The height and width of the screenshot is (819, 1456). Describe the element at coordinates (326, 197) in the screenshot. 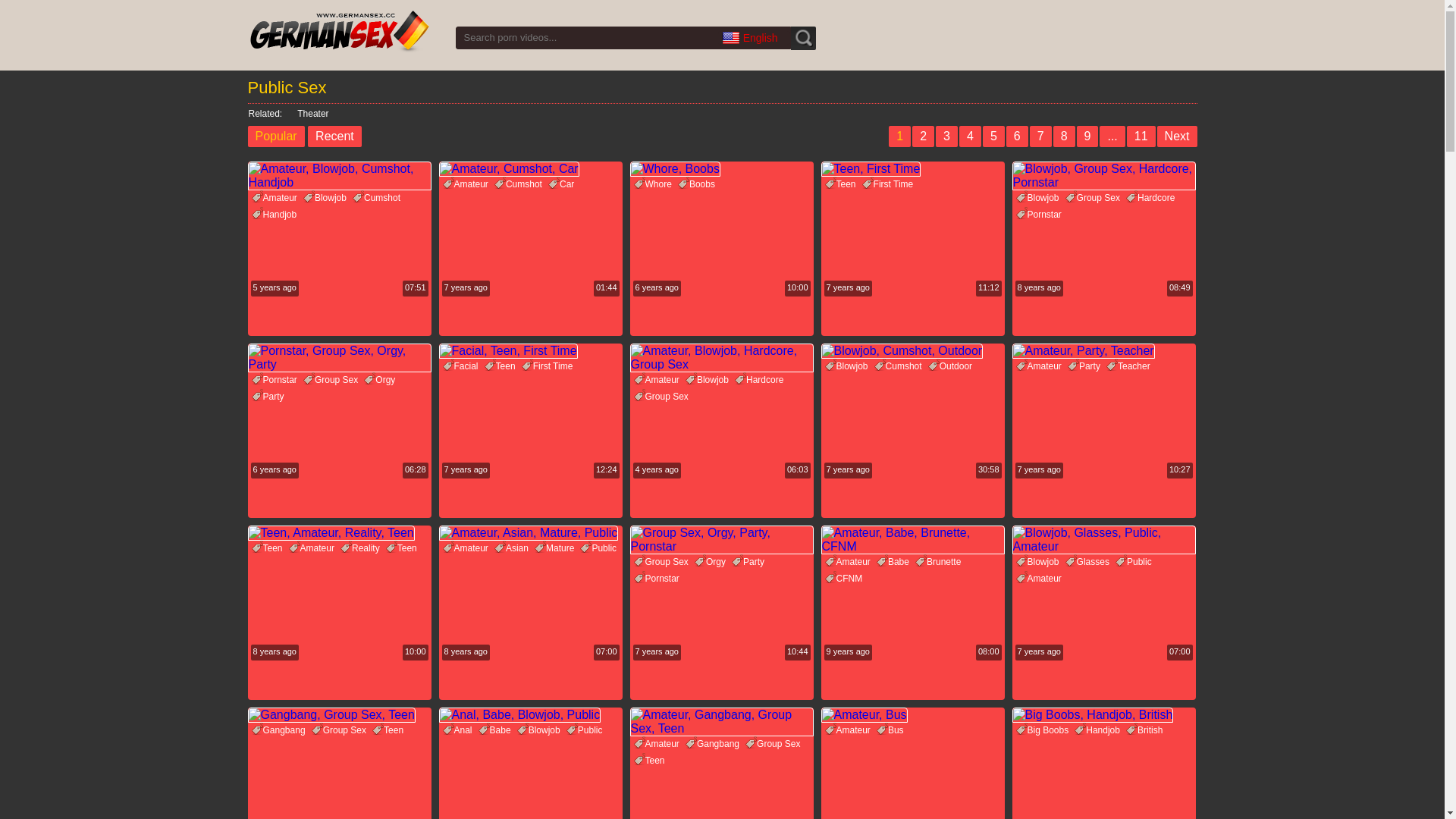

I see `'Blowjob'` at that location.